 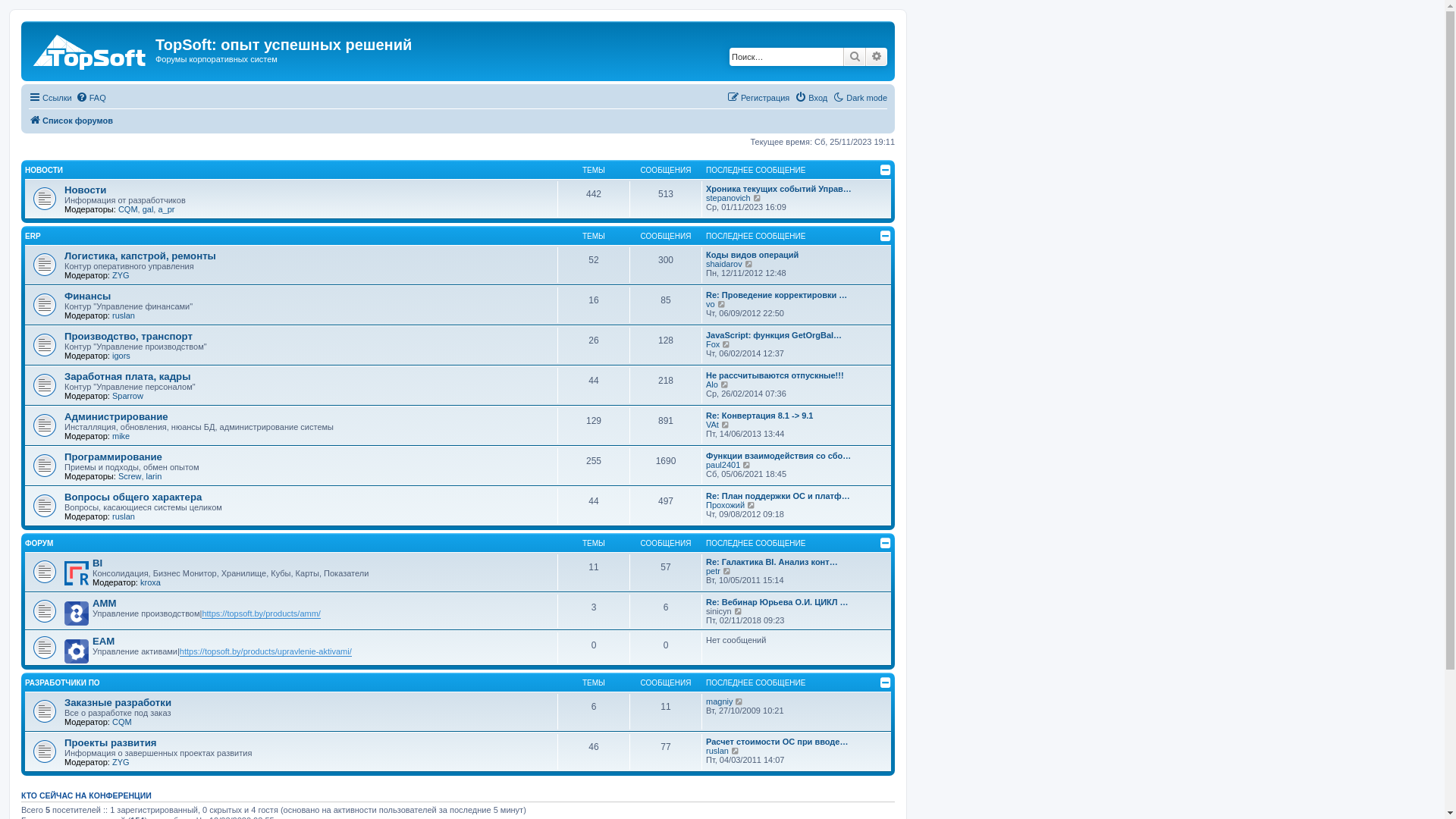 What do you see at coordinates (124, 315) in the screenshot?
I see `'ruslan'` at bounding box center [124, 315].